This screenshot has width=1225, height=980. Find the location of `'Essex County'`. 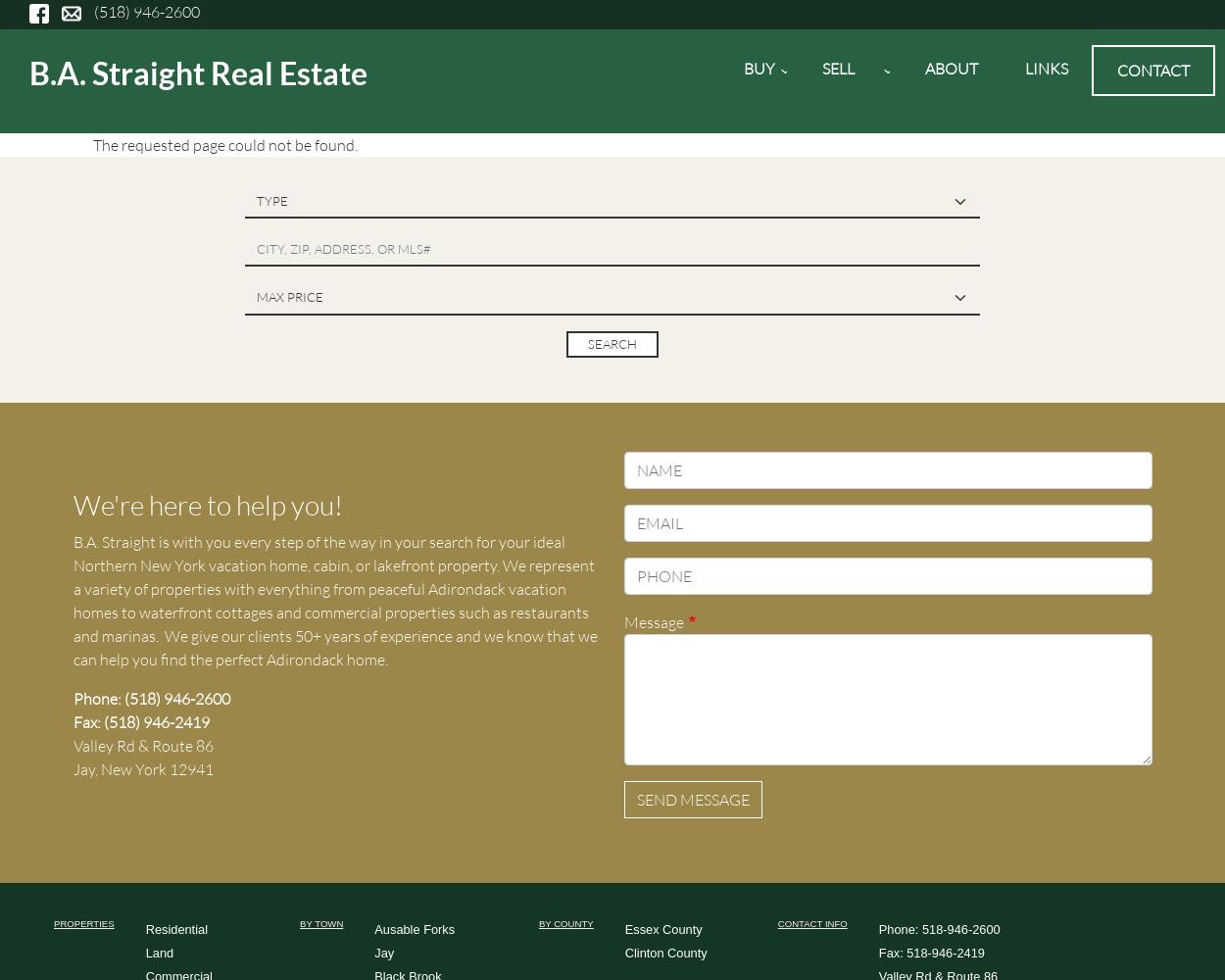

'Essex County' is located at coordinates (662, 928).